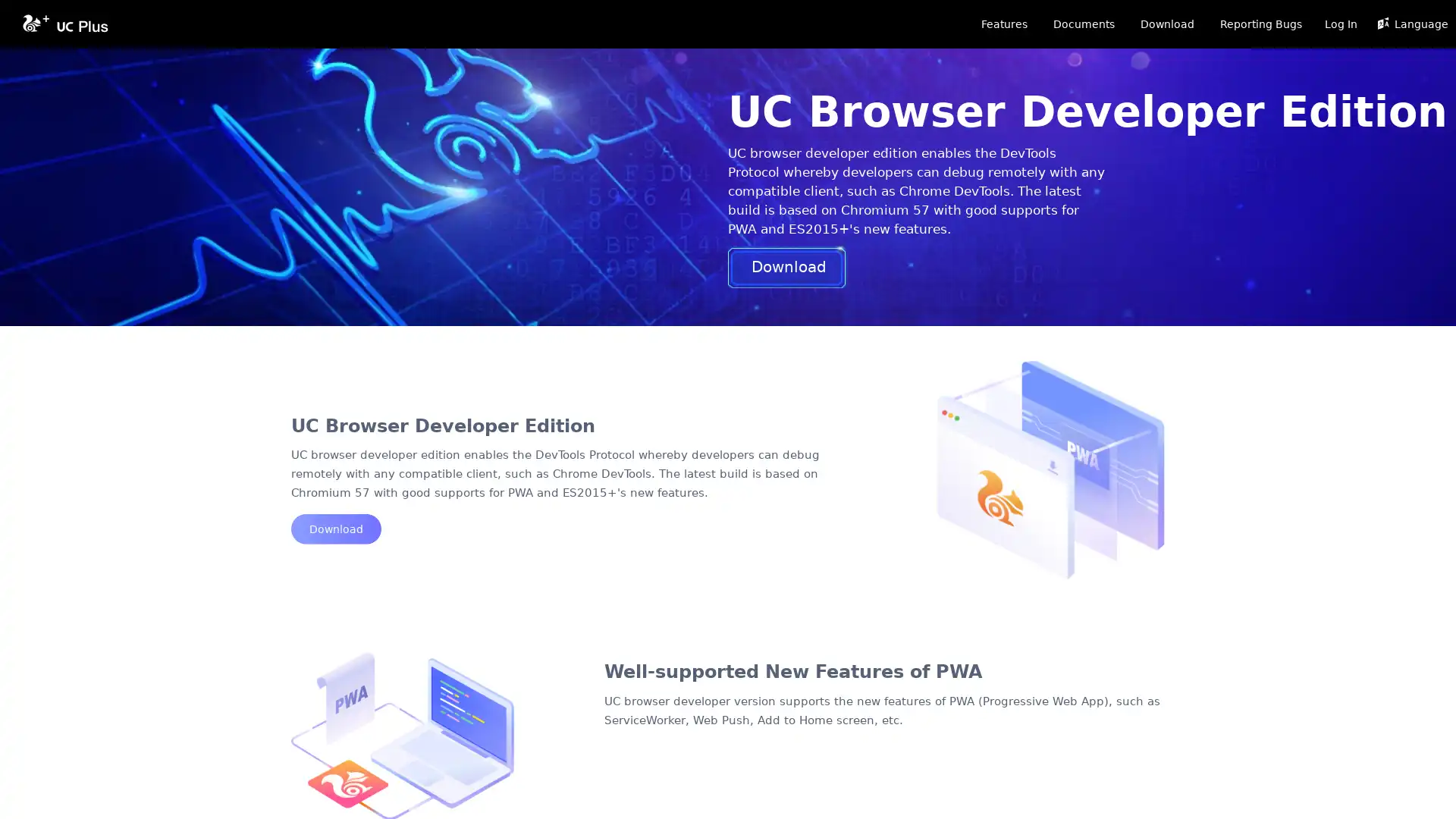 Image resolution: width=1456 pixels, height=819 pixels. What do you see at coordinates (1166, 24) in the screenshot?
I see `Download` at bounding box center [1166, 24].